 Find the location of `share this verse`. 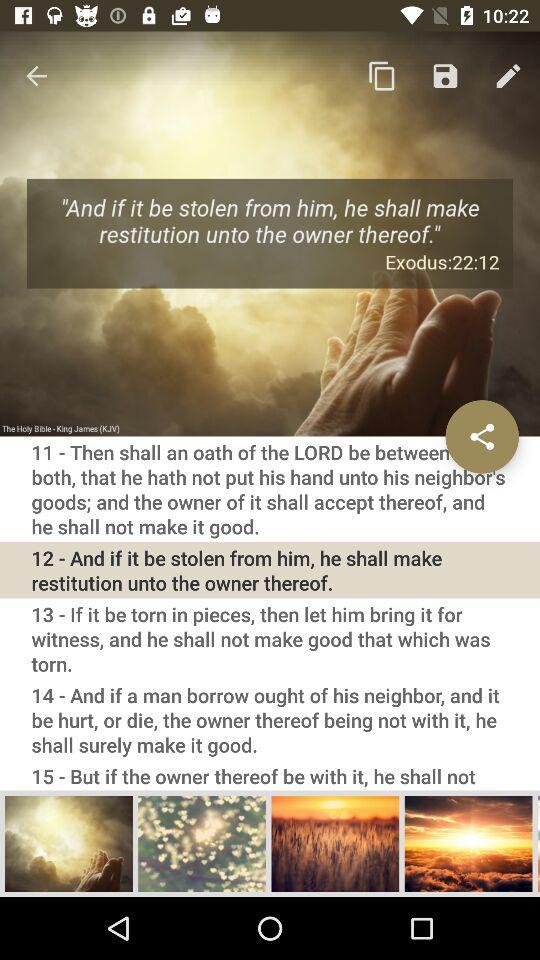

share this verse is located at coordinates (481, 436).